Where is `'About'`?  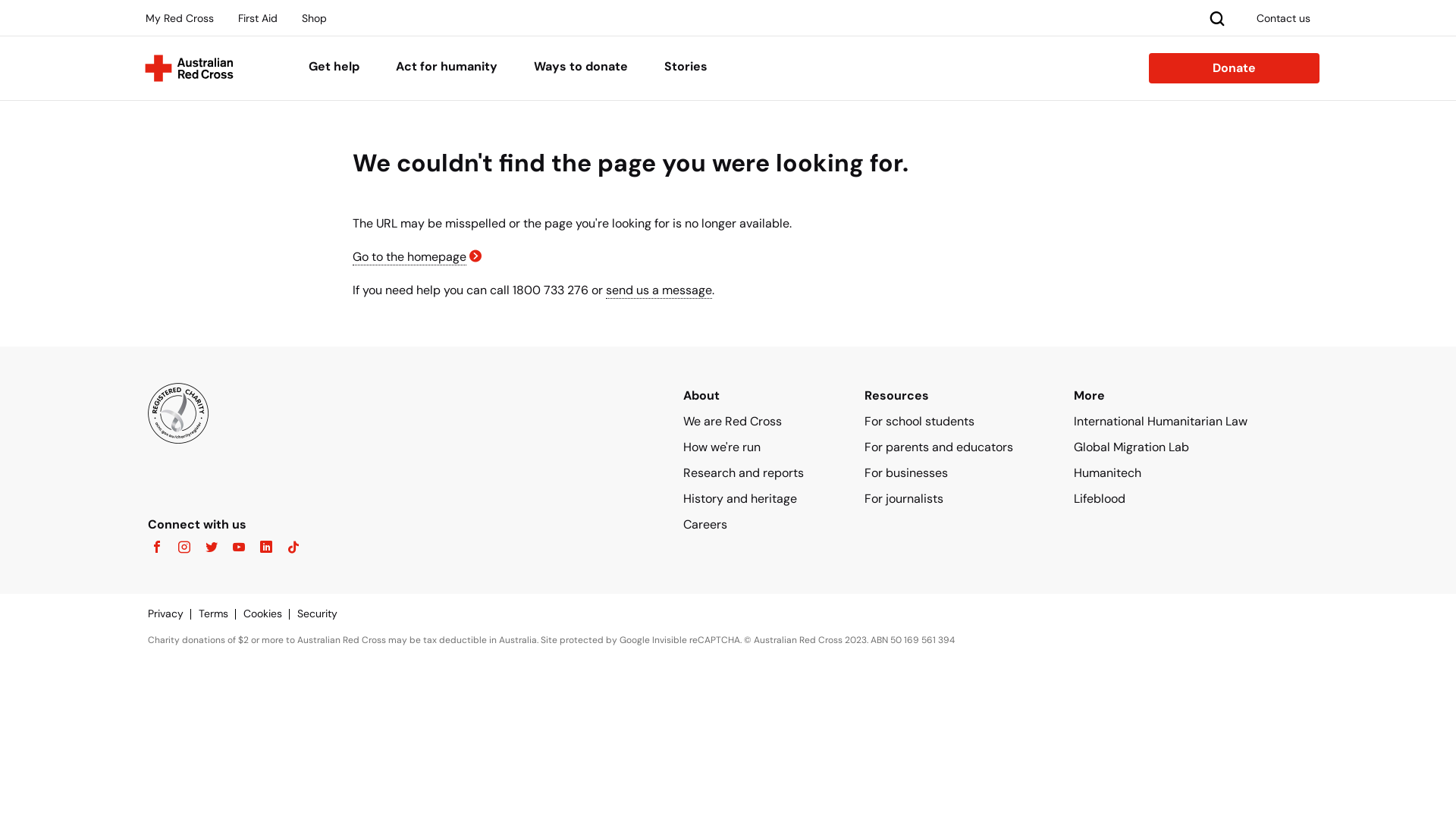 'About' is located at coordinates (701, 394).